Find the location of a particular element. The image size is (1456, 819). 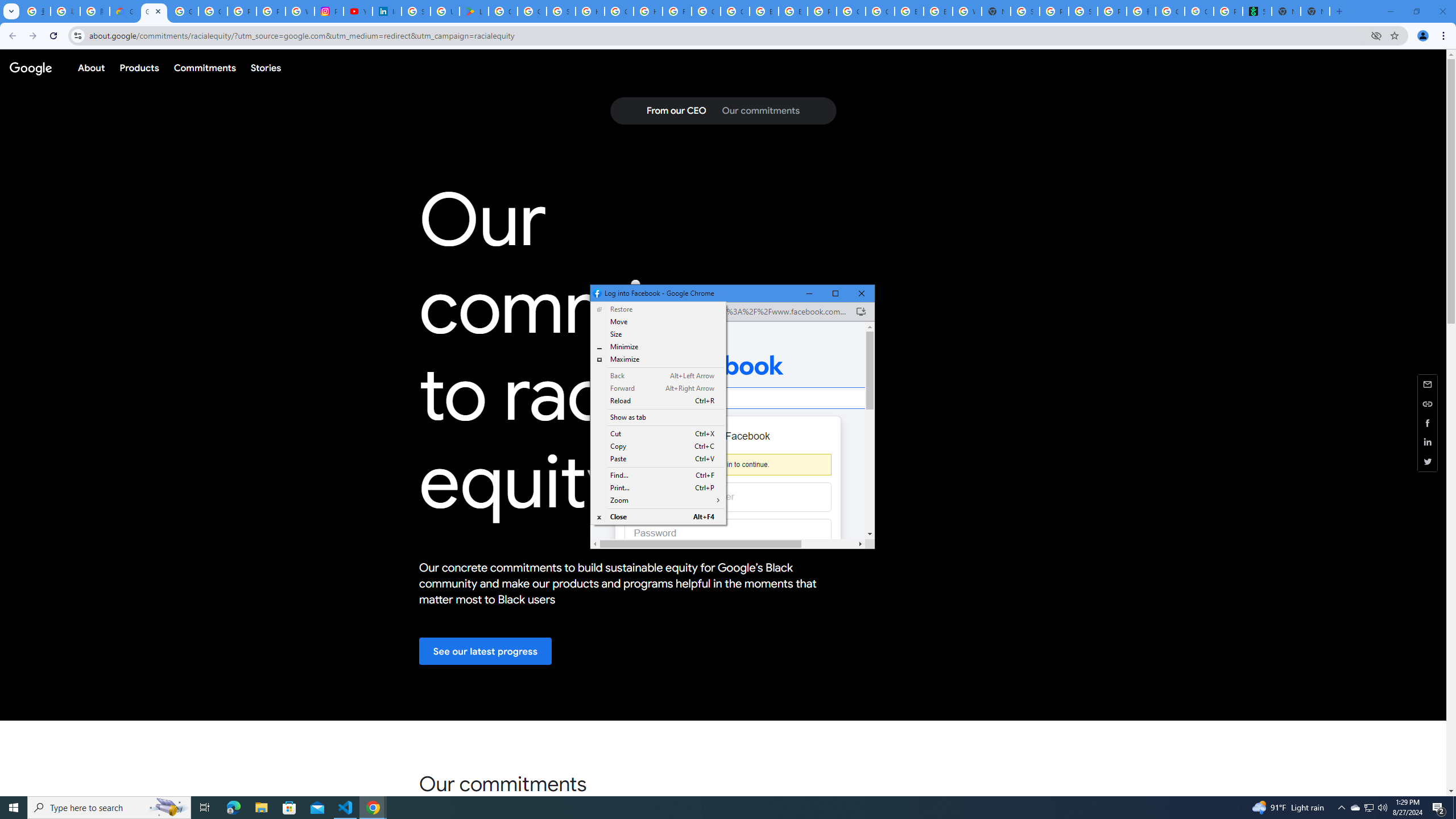

'Action Center, 2 new notifications' is located at coordinates (1439, 806).